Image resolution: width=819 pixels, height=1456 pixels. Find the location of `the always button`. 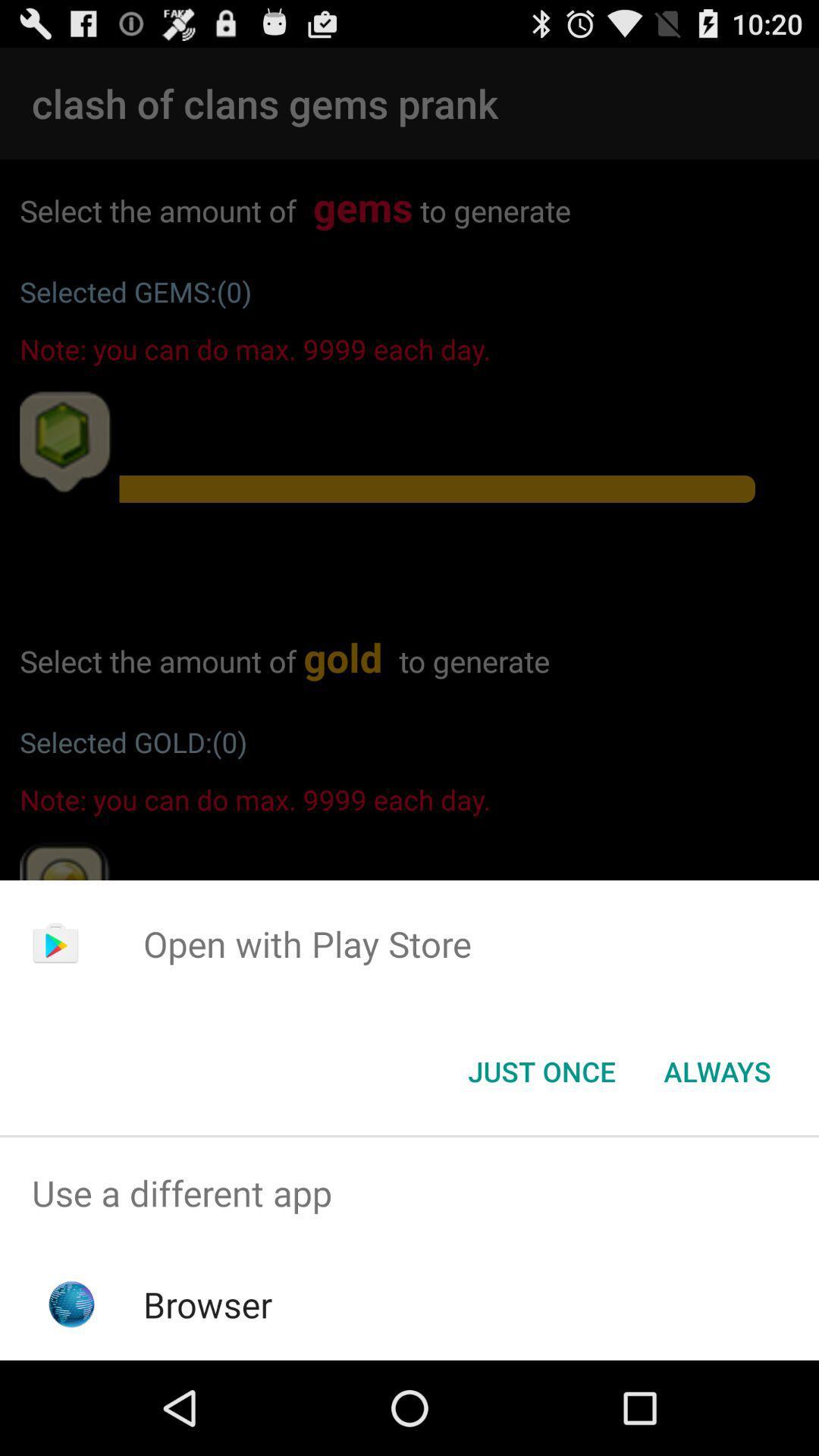

the always button is located at coordinates (717, 1070).